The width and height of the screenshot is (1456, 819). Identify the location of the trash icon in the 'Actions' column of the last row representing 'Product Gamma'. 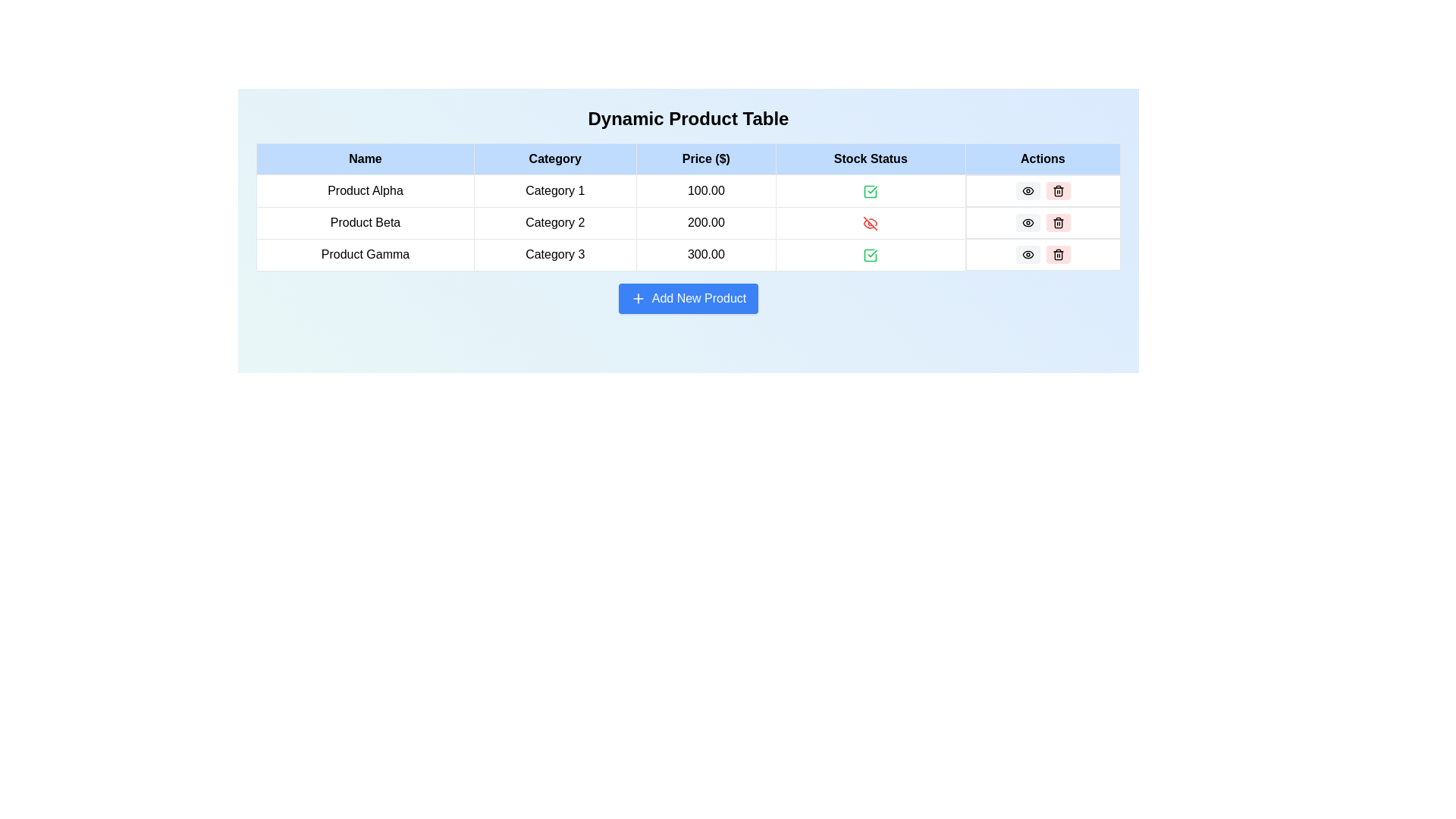
(1057, 254).